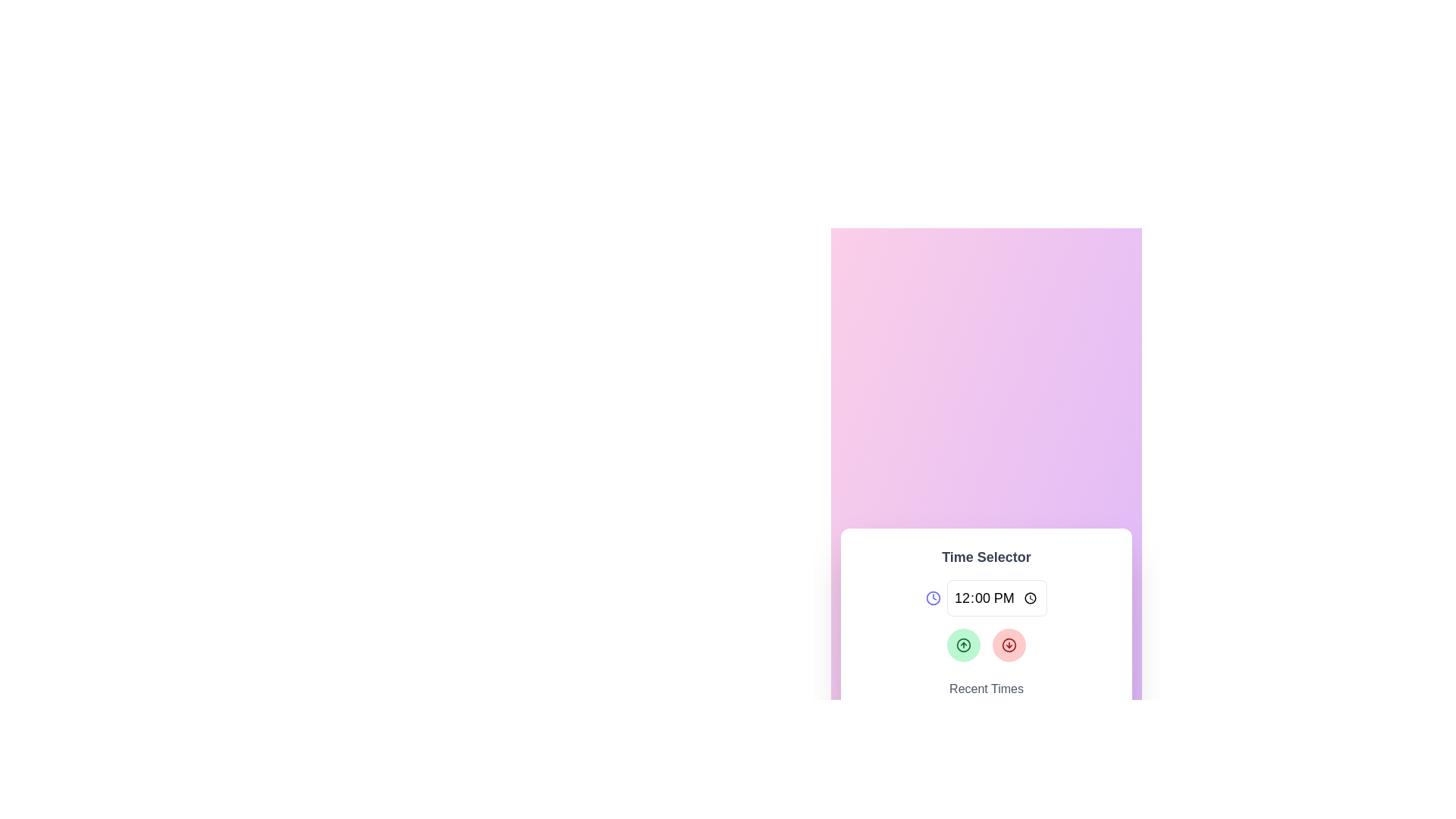 The image size is (1456, 819). I want to click on the icon embedded within the red circular button, which is the third button in the second row under the 'Time Selector' heading, so click(1009, 645).